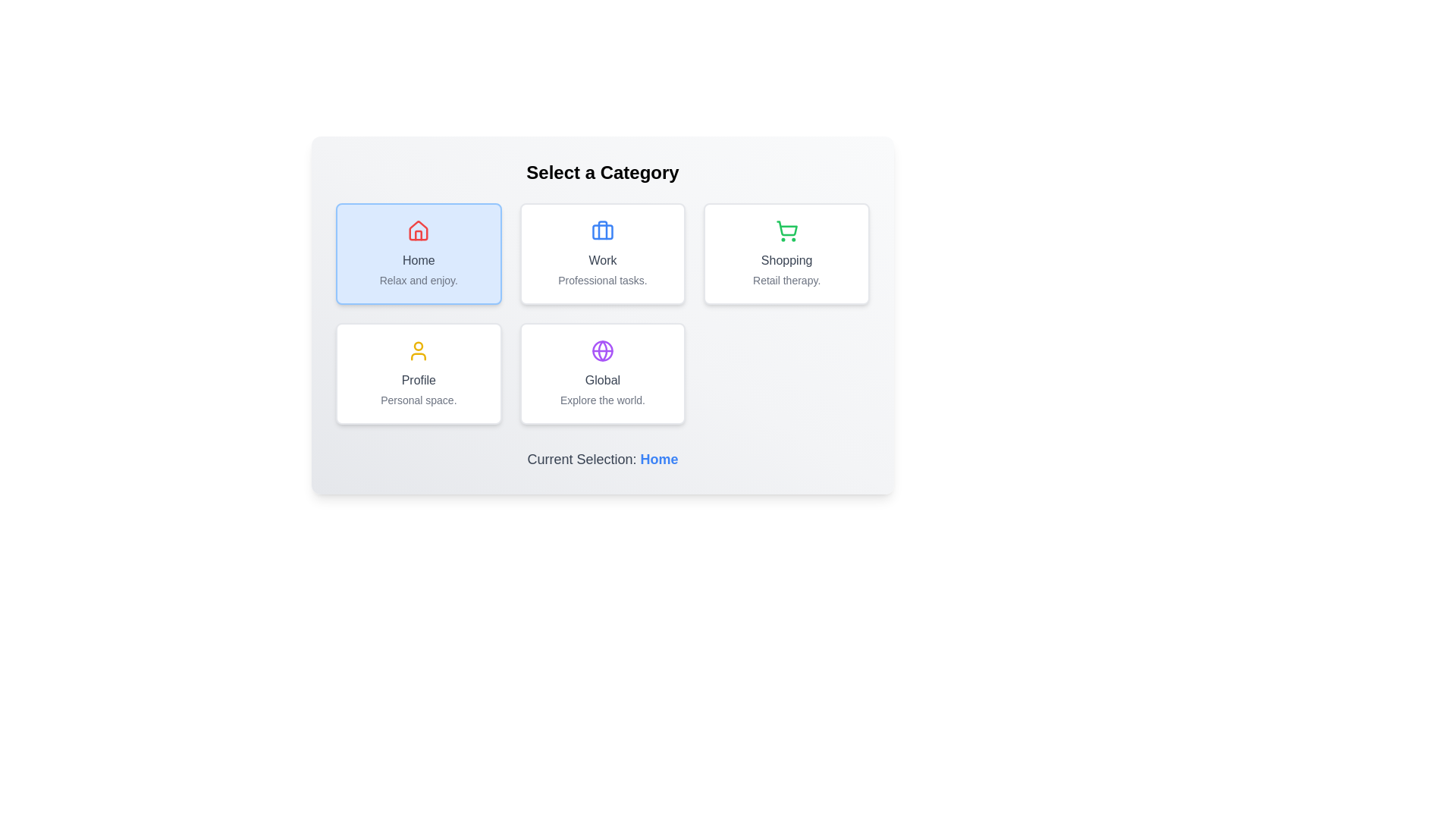  Describe the element at coordinates (419, 374) in the screenshot. I see `the category button corresponding to Profile` at that location.